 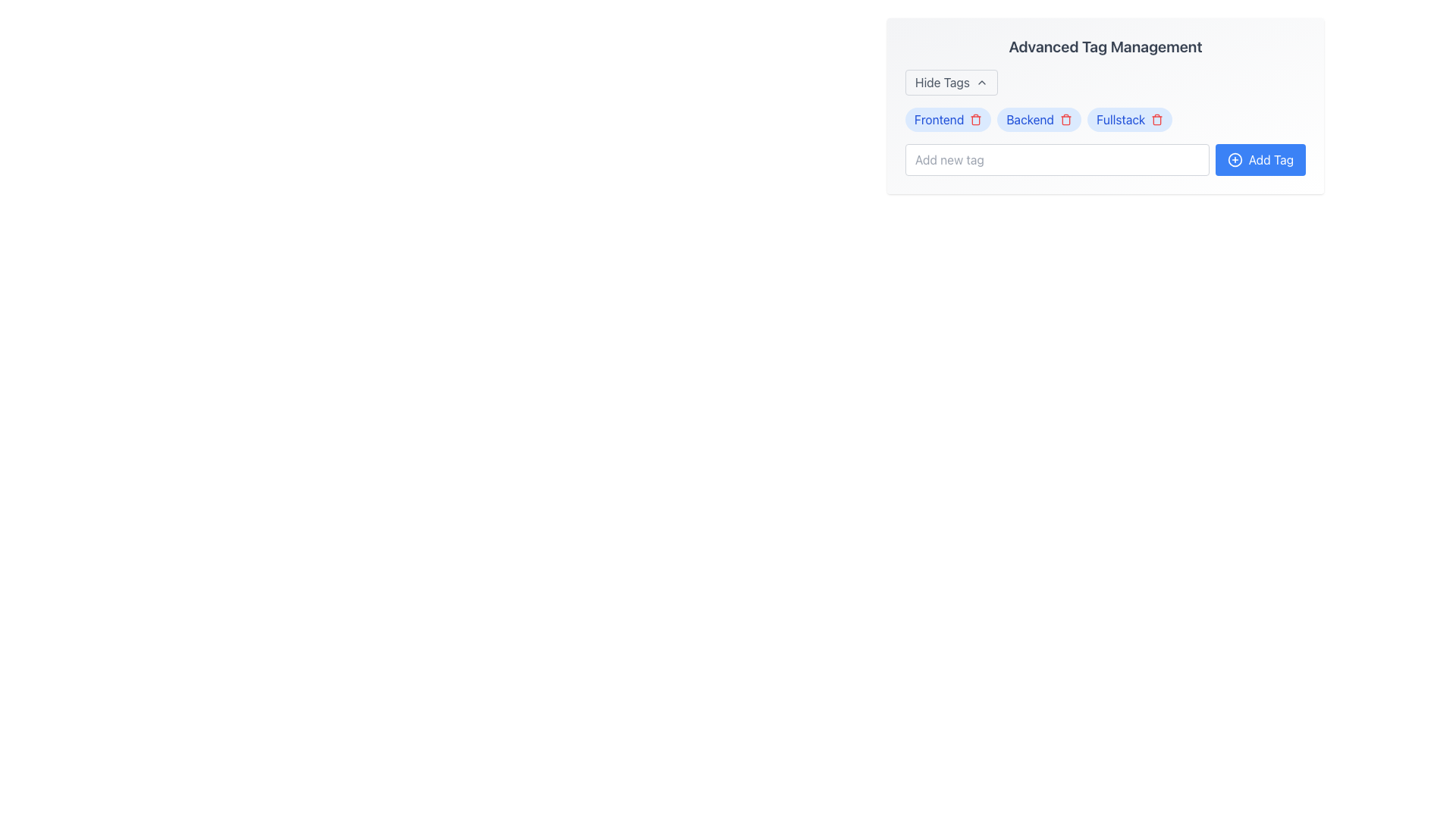 What do you see at coordinates (1260, 160) in the screenshot?
I see `the 'Add Tag' button, which is a rectangular button with rounded corners, blue background, and white text` at bounding box center [1260, 160].